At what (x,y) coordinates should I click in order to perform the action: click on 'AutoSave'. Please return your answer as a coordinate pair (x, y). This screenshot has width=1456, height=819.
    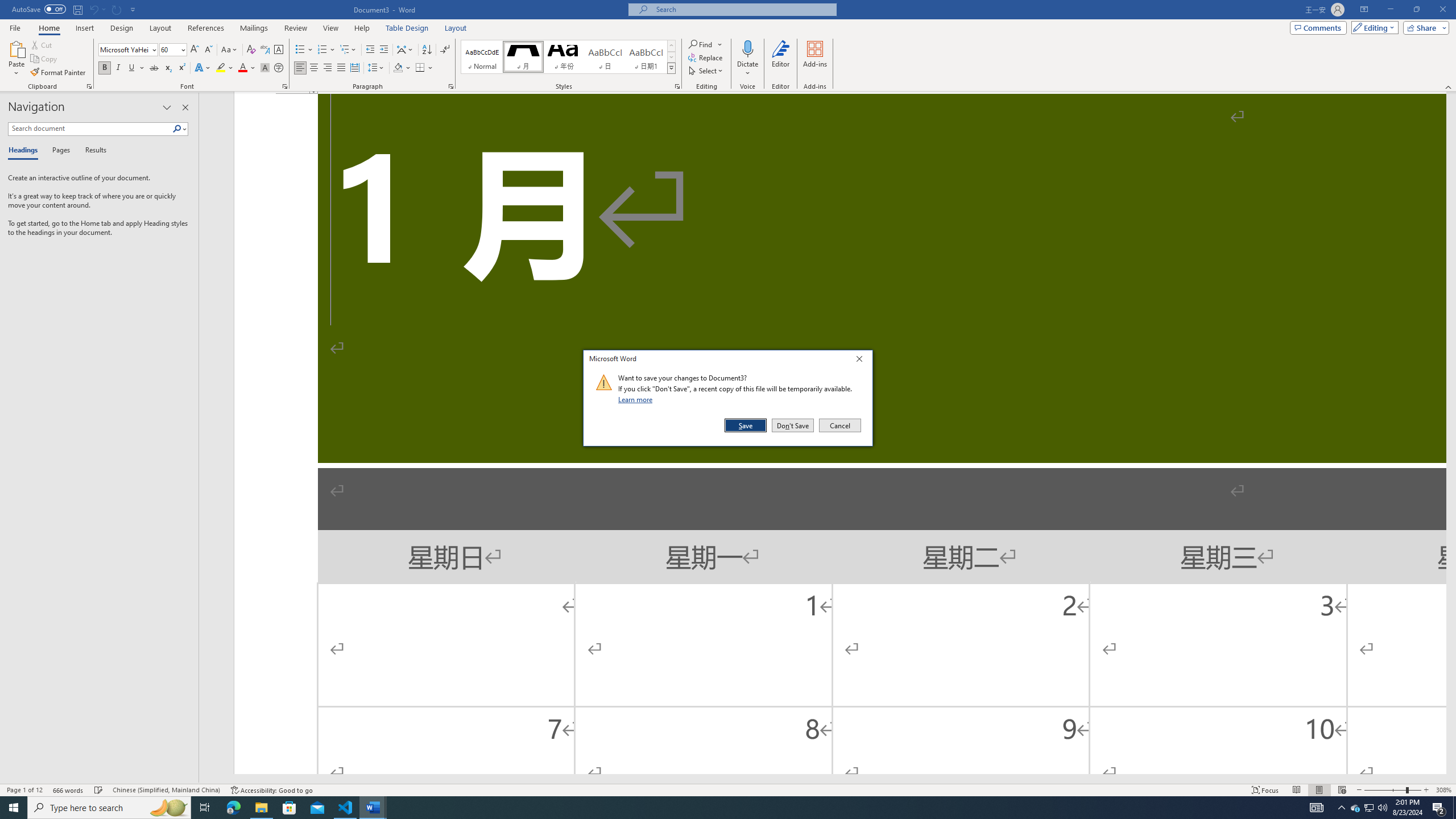
    Looking at the image, I should click on (39, 9).